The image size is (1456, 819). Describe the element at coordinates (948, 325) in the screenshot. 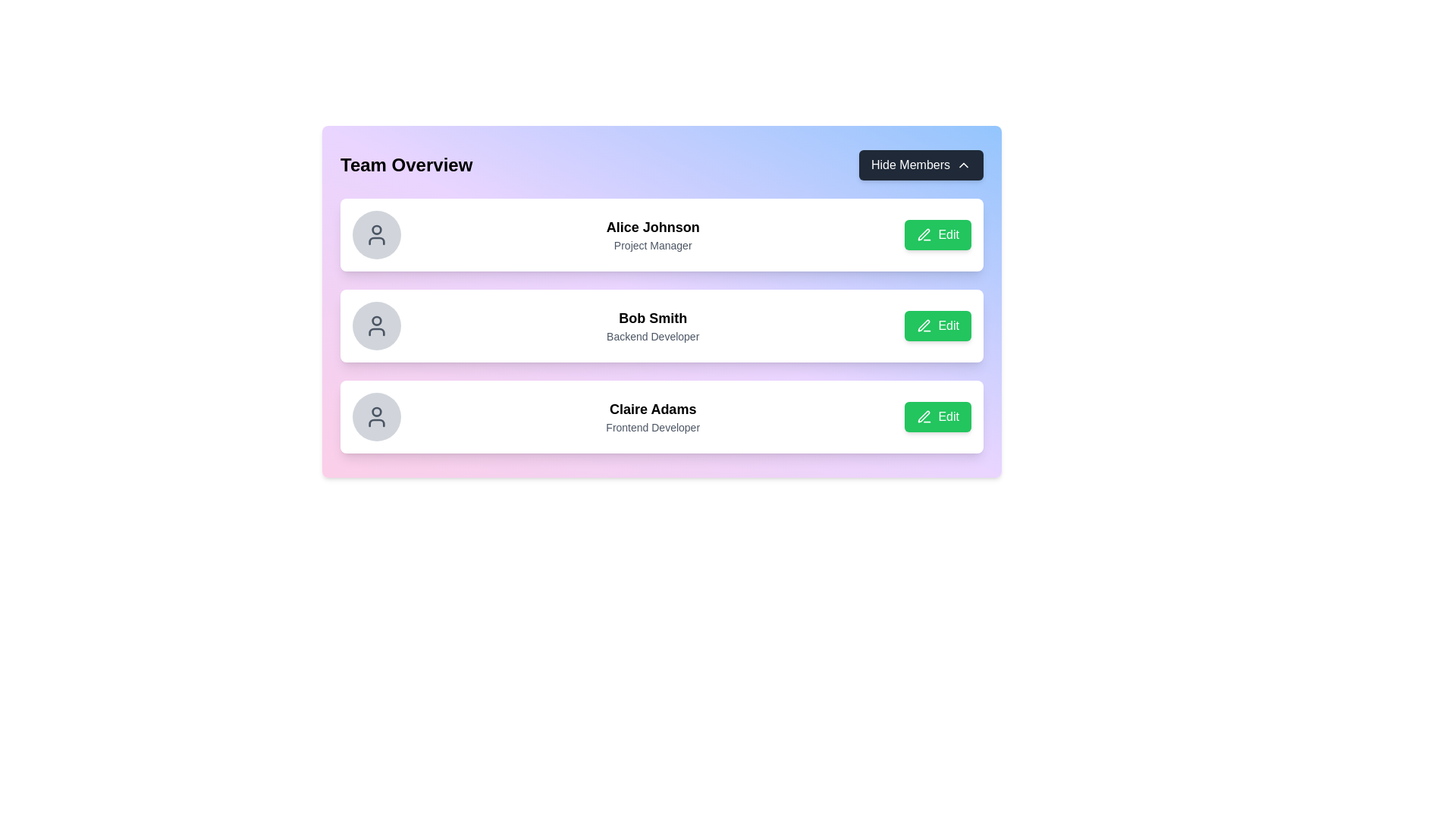

I see `the text label inside the green button next to 'Bob Smith', the 'Backend Developer'` at that location.